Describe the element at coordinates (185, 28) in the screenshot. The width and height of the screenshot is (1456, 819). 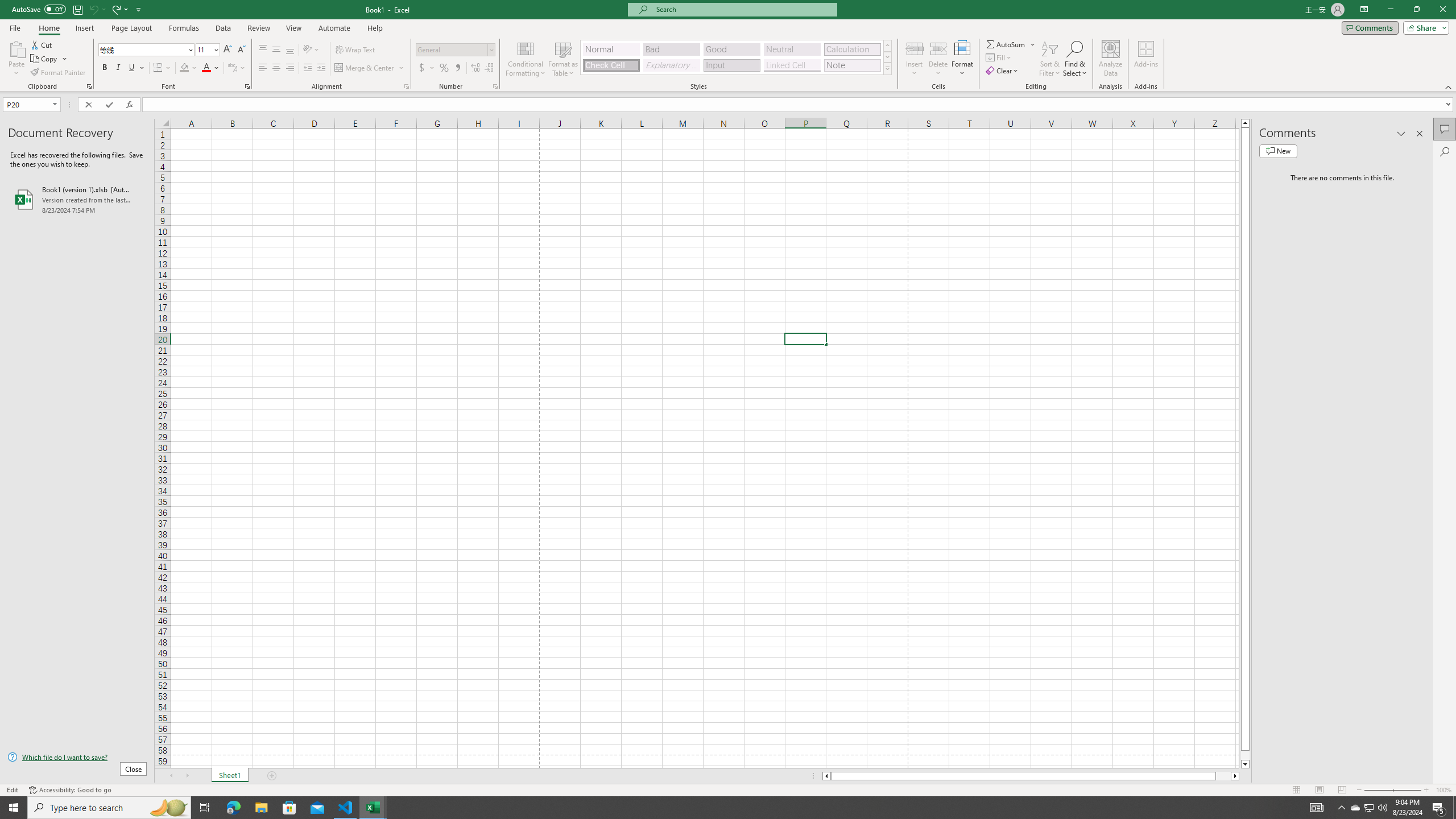
I see `'Formulas'` at that location.